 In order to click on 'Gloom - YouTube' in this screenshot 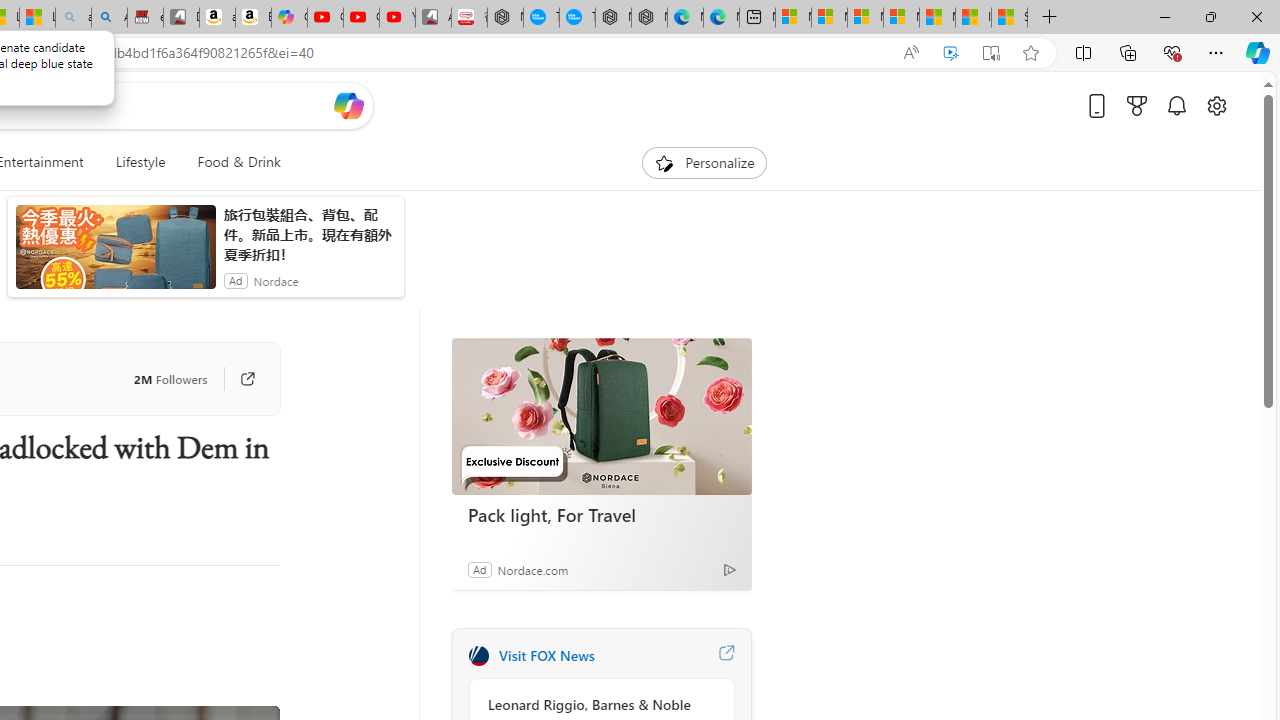, I will do `click(361, 17)`.